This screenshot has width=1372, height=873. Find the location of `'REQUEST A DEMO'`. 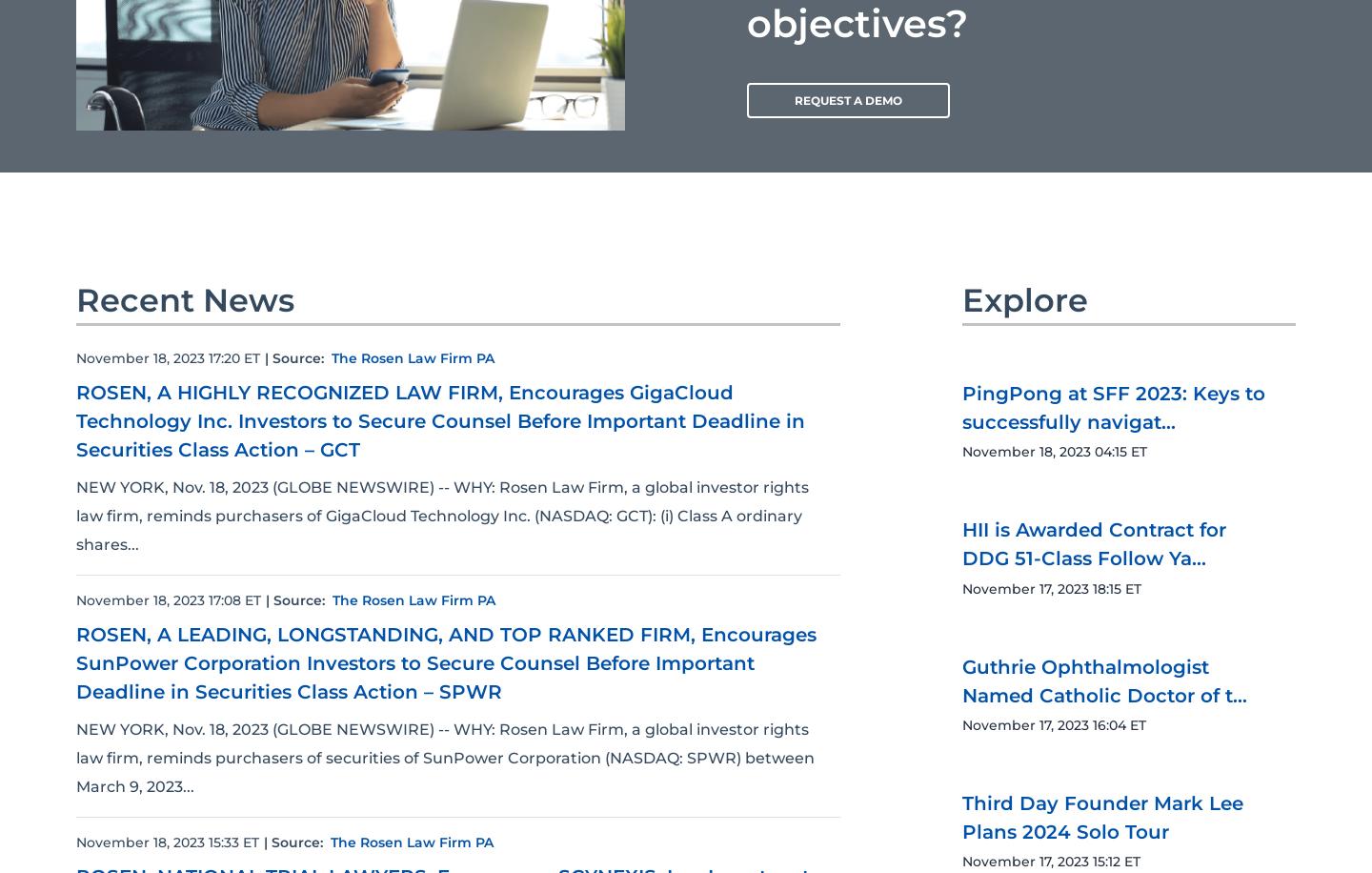

'REQUEST A DEMO' is located at coordinates (847, 99).